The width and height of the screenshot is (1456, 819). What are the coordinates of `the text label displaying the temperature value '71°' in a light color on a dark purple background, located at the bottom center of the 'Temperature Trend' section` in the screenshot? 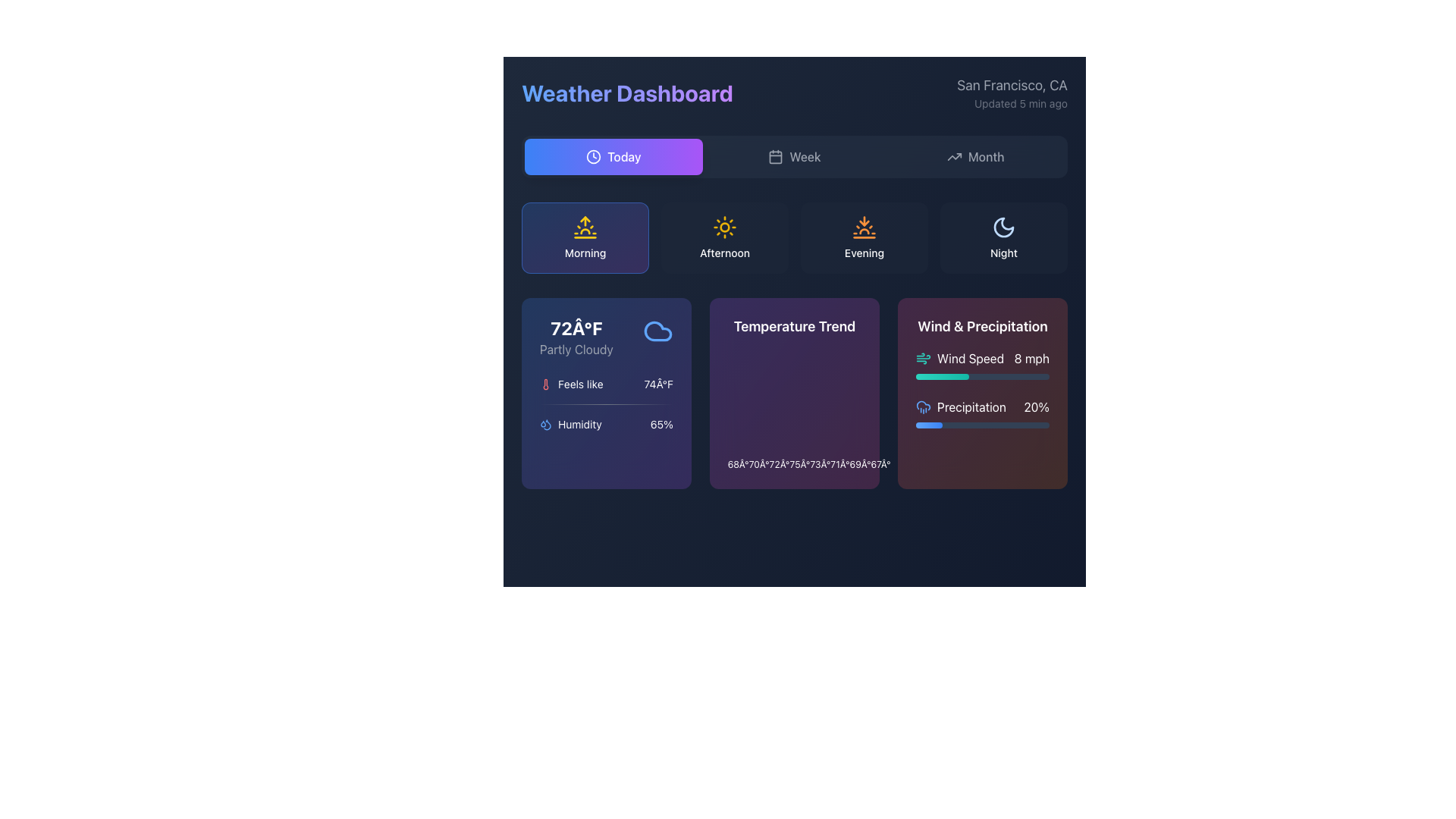 It's located at (839, 464).